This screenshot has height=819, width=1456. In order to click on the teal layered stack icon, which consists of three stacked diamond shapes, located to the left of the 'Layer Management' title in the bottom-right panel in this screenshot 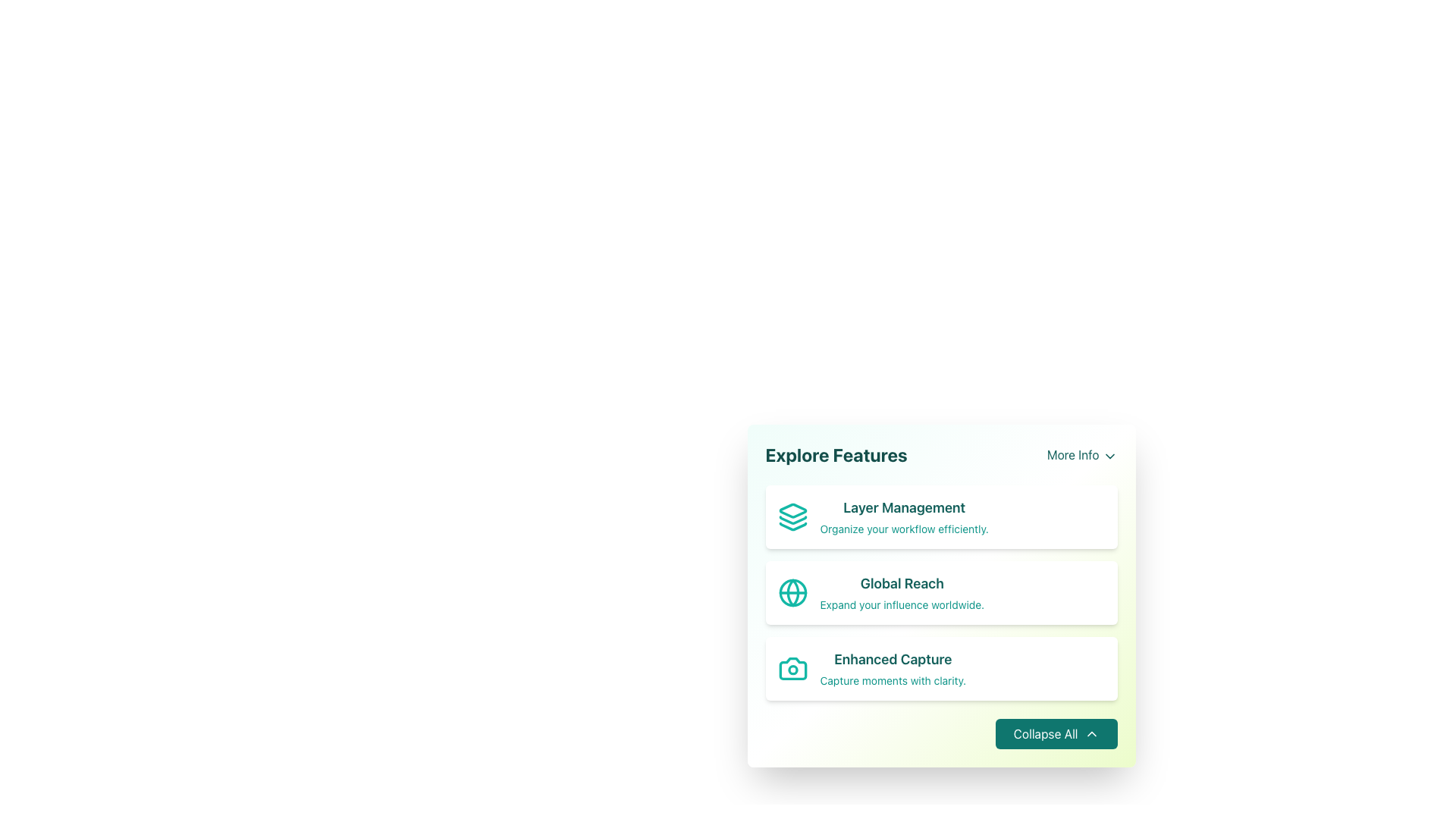, I will do `click(792, 516)`.